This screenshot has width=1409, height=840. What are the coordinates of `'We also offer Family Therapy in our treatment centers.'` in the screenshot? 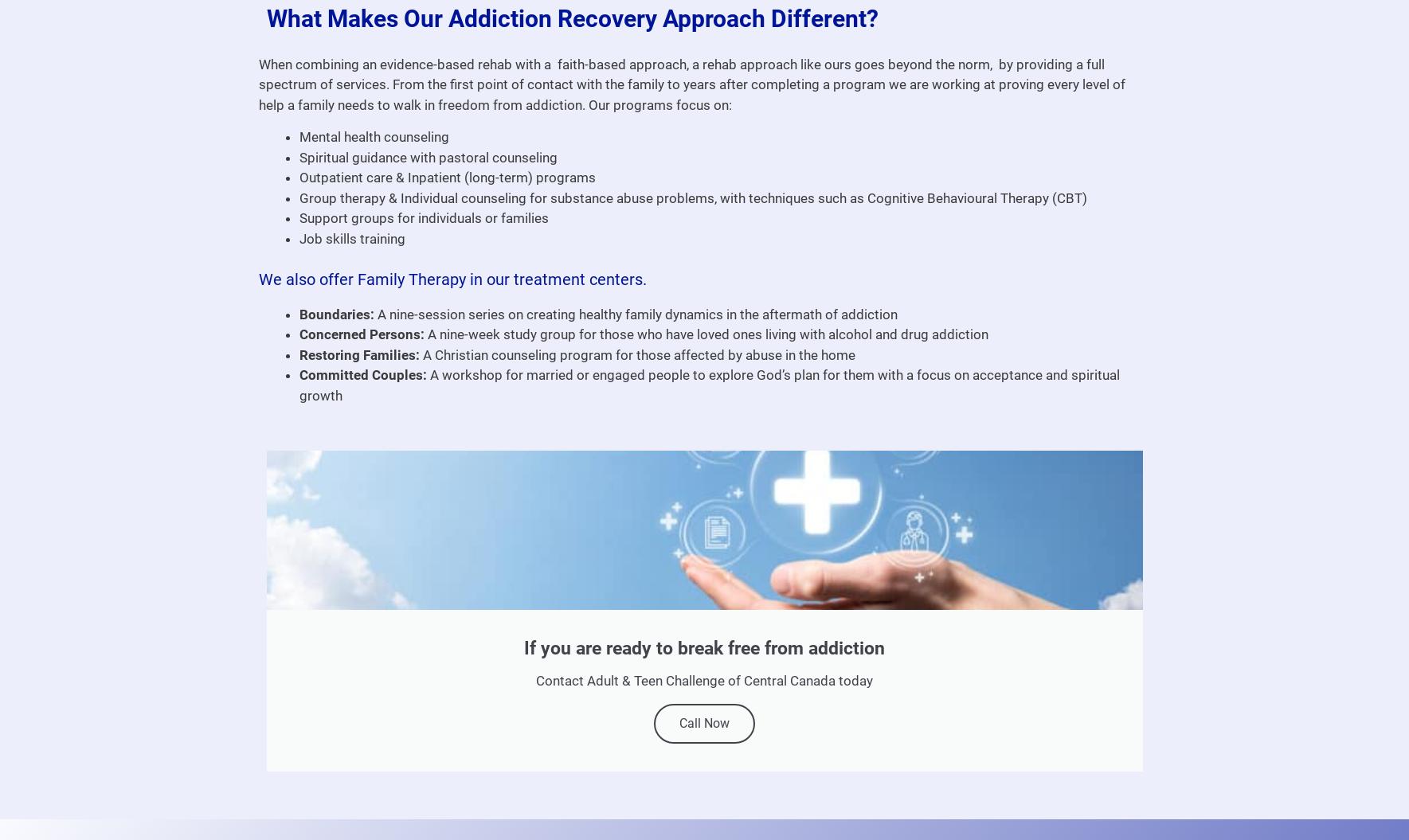 It's located at (452, 278).